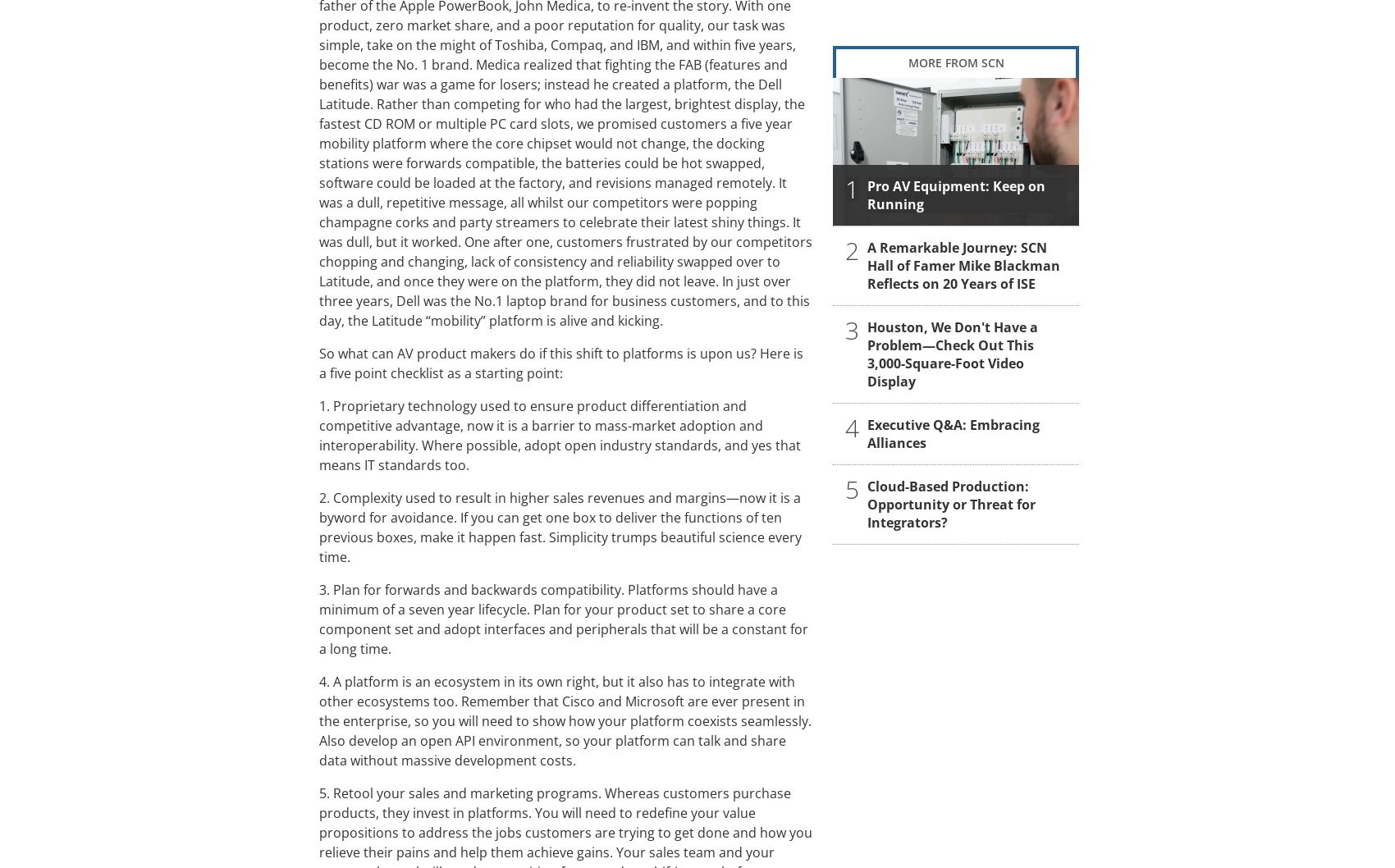  I want to click on '4. A platform is an ecosystem in its own right, but it also has to integrate with other ecosystems too. Remember that Cisco and Microsoft are ever present in the enterprise, so you will need to show how your platform coexists seamlessly. Also develop an open API environment, so your platform can talk and share data without massive development costs.', so click(318, 720).